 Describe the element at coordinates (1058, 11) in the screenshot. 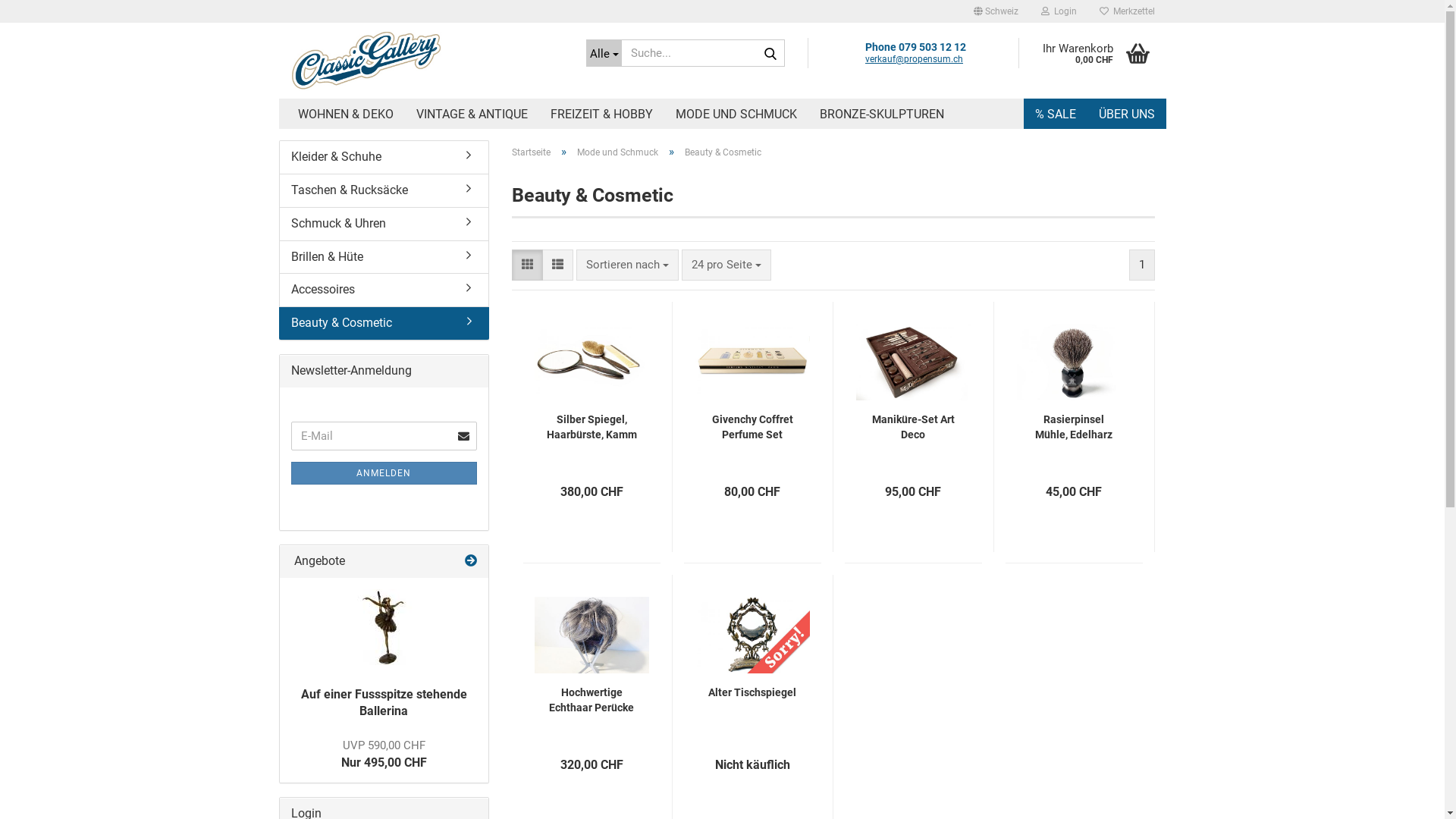

I see `' Login'` at that location.